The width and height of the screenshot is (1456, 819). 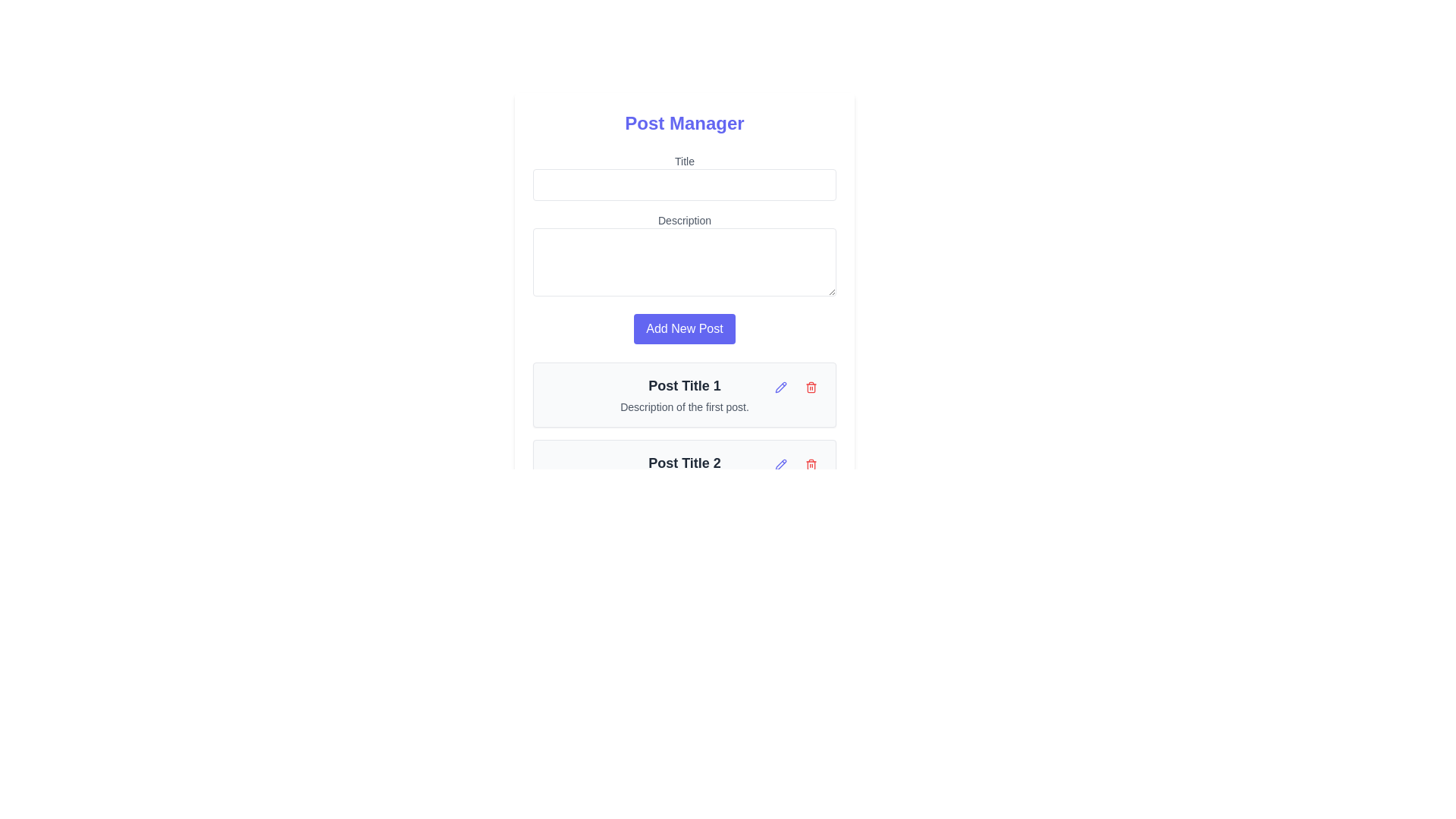 What do you see at coordinates (781, 464) in the screenshot?
I see `the edit button located at the top right of the 'Post Title 2' section to modify the content or properties of the post` at bounding box center [781, 464].